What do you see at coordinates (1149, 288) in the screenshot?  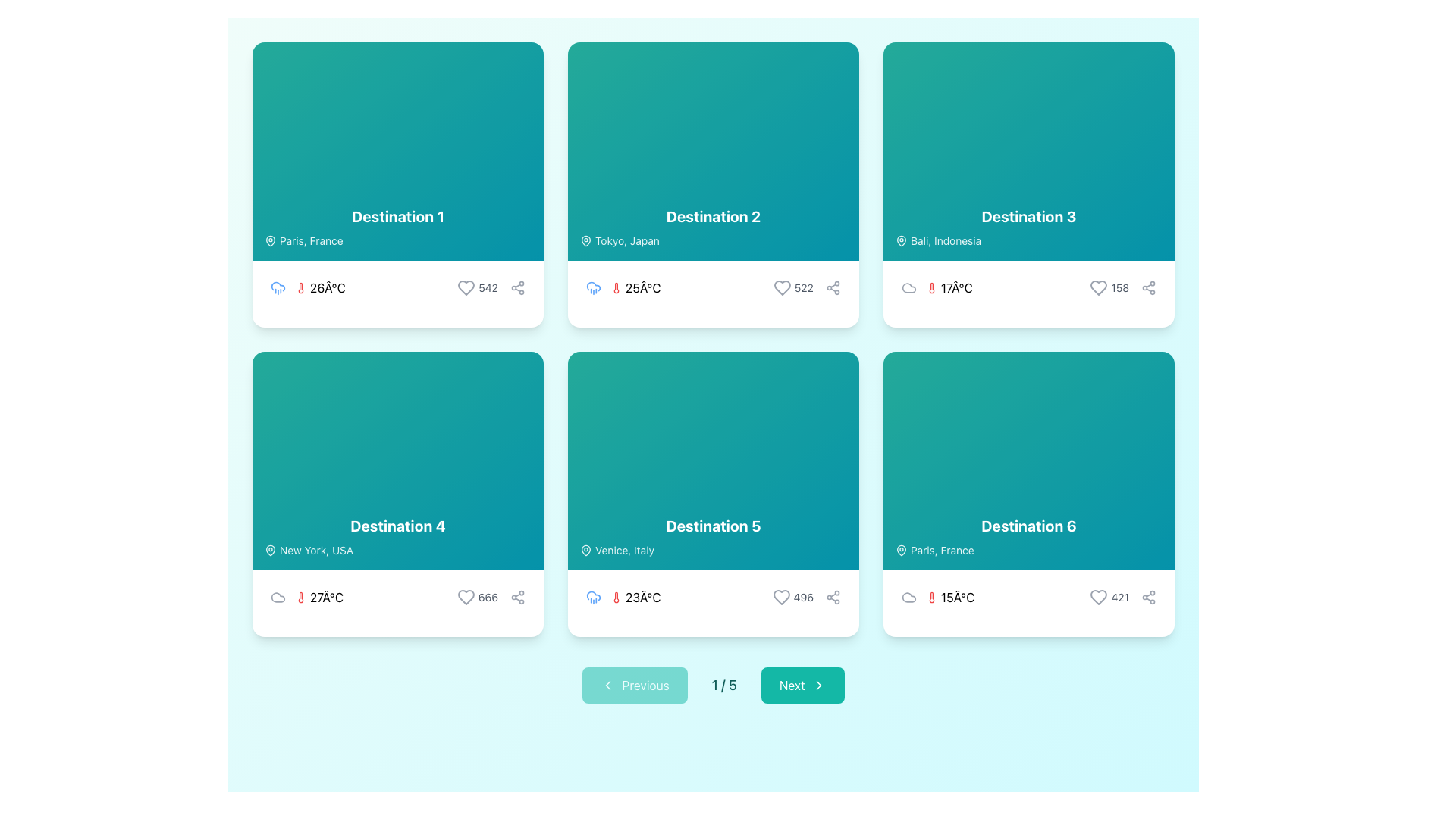 I see `the IconButton resembling a share symbol located in the bottom-right section of the card labeled 'Destination 3'` at bounding box center [1149, 288].